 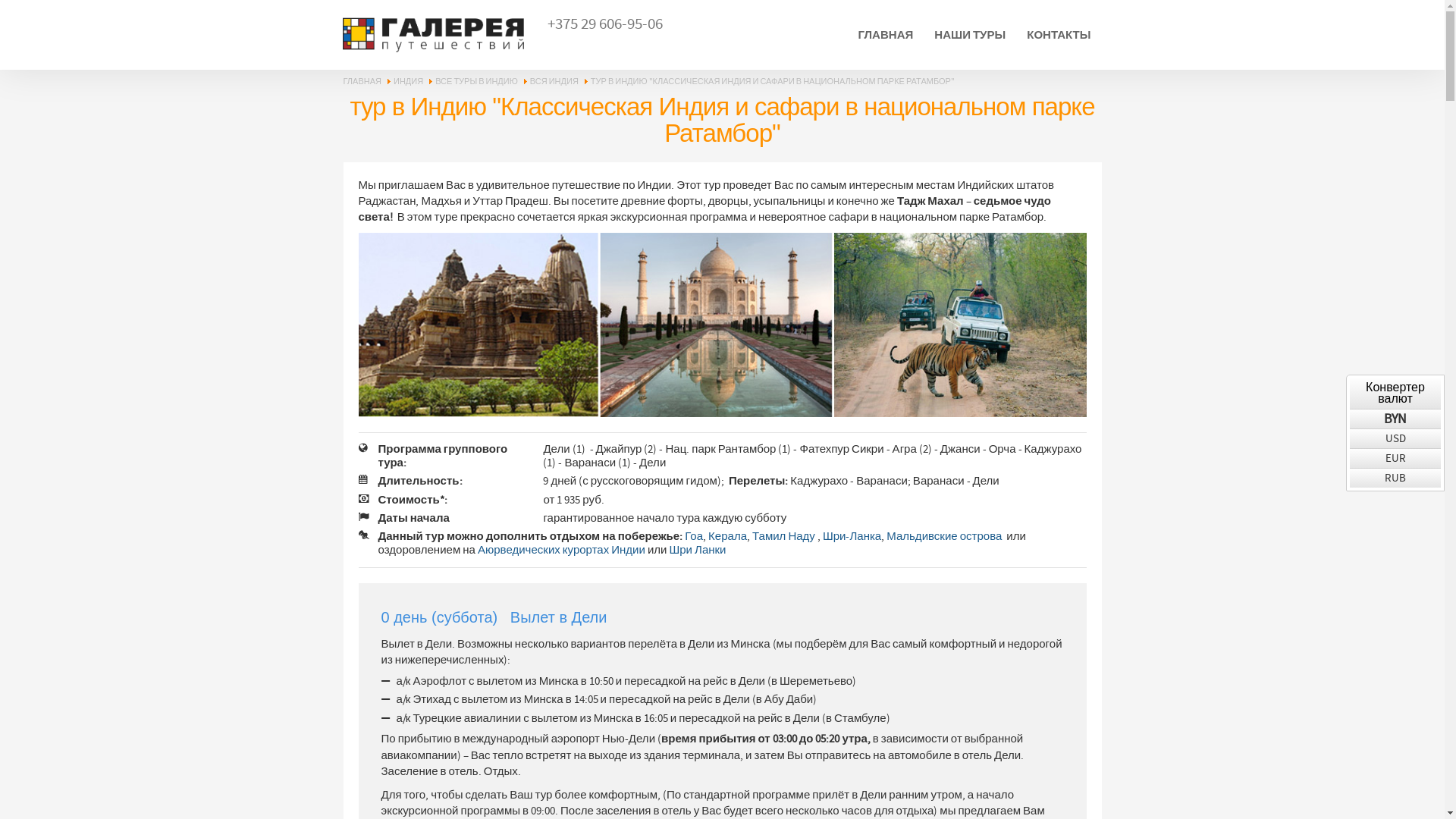 What do you see at coordinates (1395, 457) in the screenshot?
I see `'EUR'` at bounding box center [1395, 457].